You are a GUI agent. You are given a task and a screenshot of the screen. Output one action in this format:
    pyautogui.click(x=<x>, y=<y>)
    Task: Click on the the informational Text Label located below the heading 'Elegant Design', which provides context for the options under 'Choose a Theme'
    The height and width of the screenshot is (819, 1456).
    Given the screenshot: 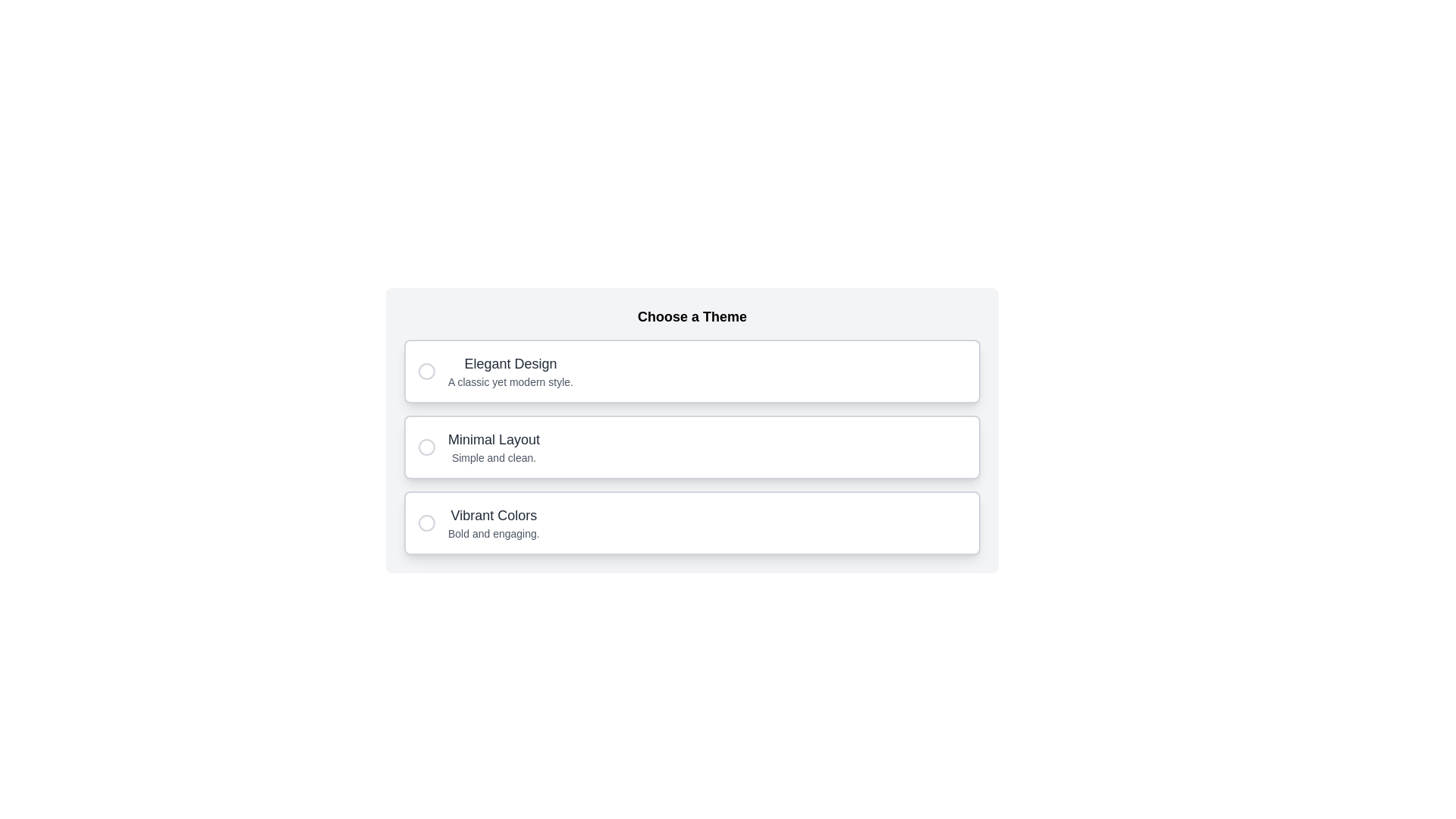 What is the action you would take?
    pyautogui.click(x=510, y=381)
    